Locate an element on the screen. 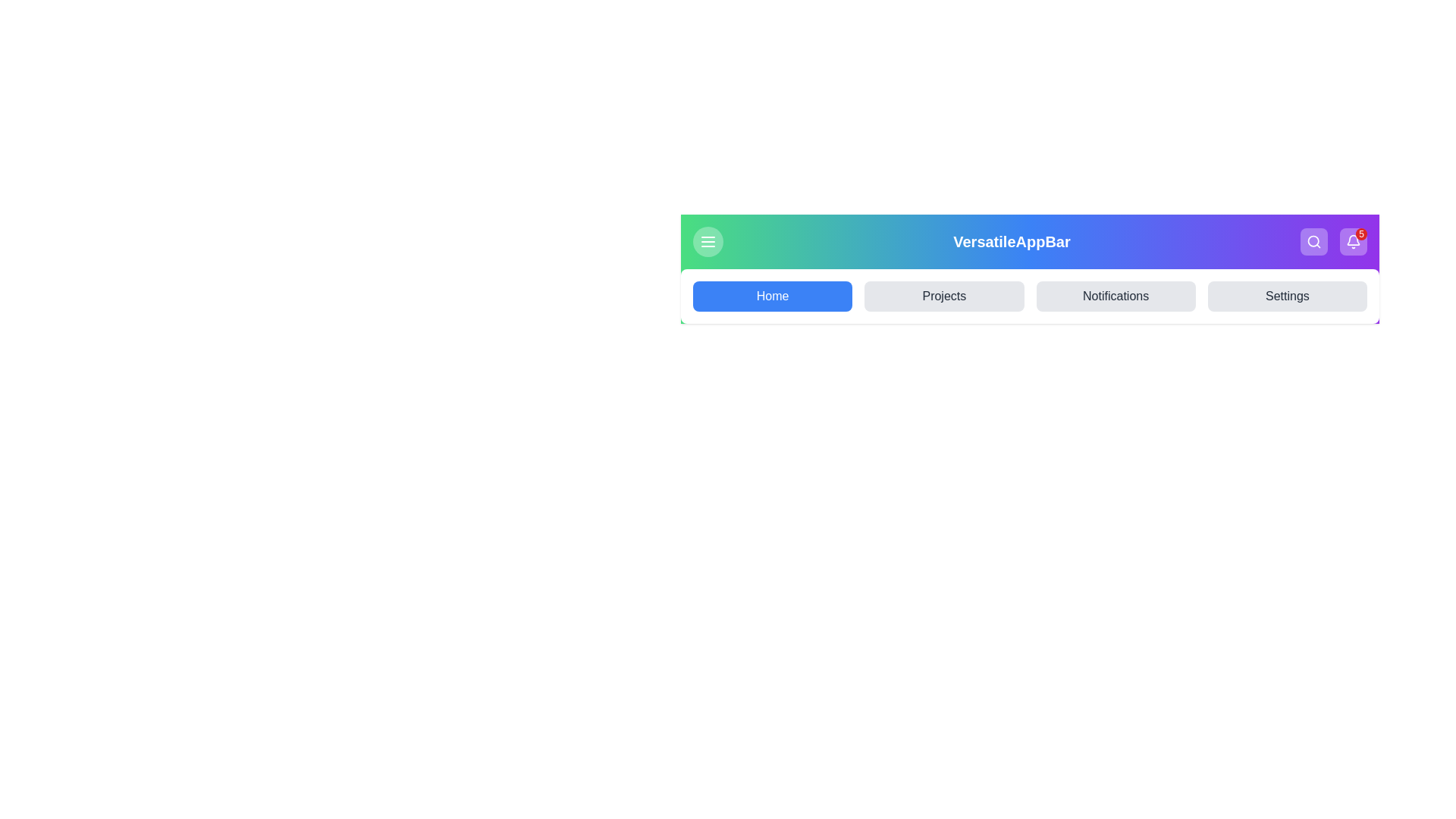 This screenshot has height=819, width=1456. button with the menu icon to toggle the visibility of the menu panel is located at coordinates (708, 241).